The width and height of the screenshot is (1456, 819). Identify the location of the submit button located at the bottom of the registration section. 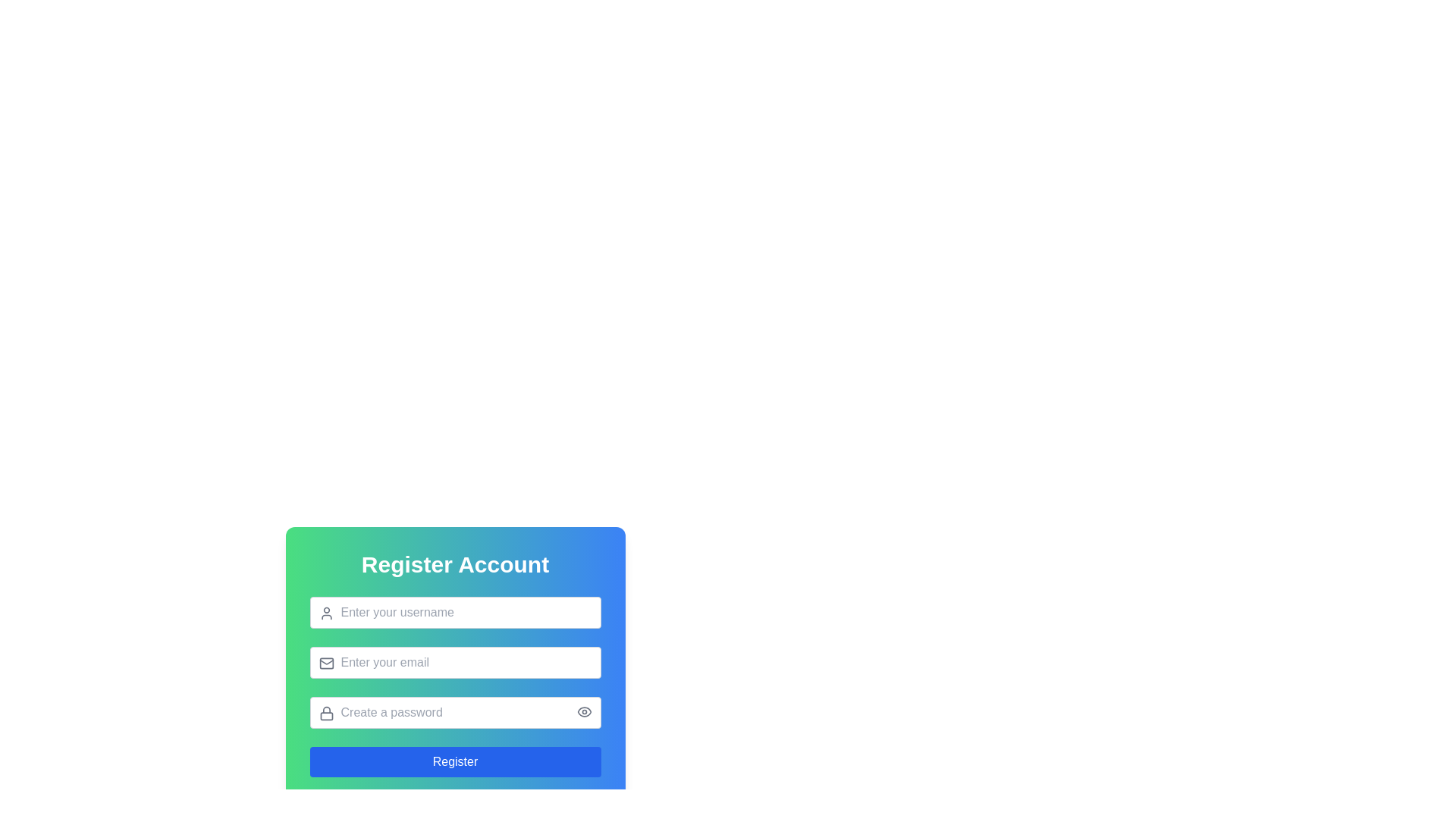
(454, 762).